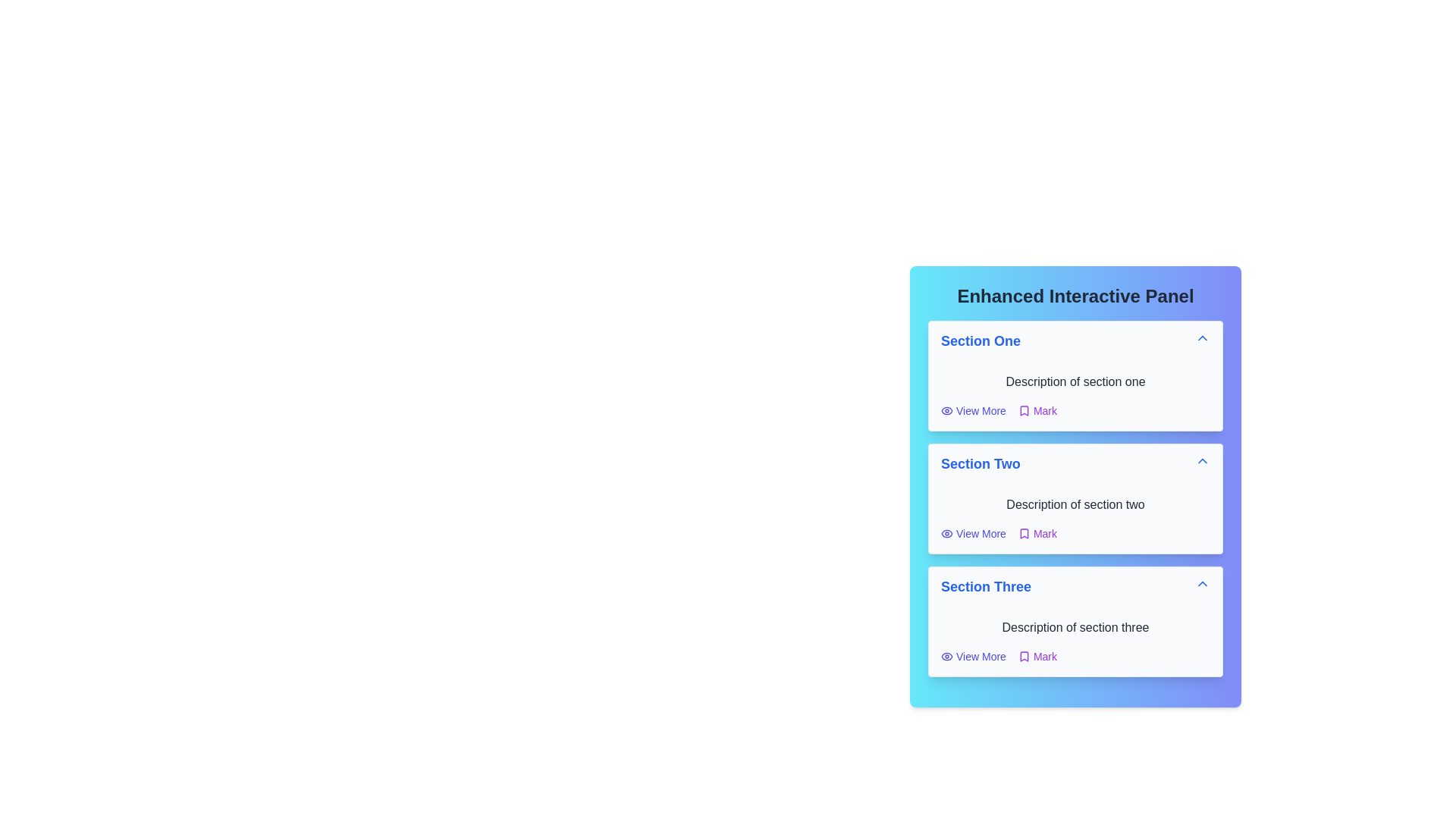  Describe the element at coordinates (1201, 583) in the screenshot. I see `the Chevron Icon located in the header of the 'Section Three' panel on the far right side` at that location.